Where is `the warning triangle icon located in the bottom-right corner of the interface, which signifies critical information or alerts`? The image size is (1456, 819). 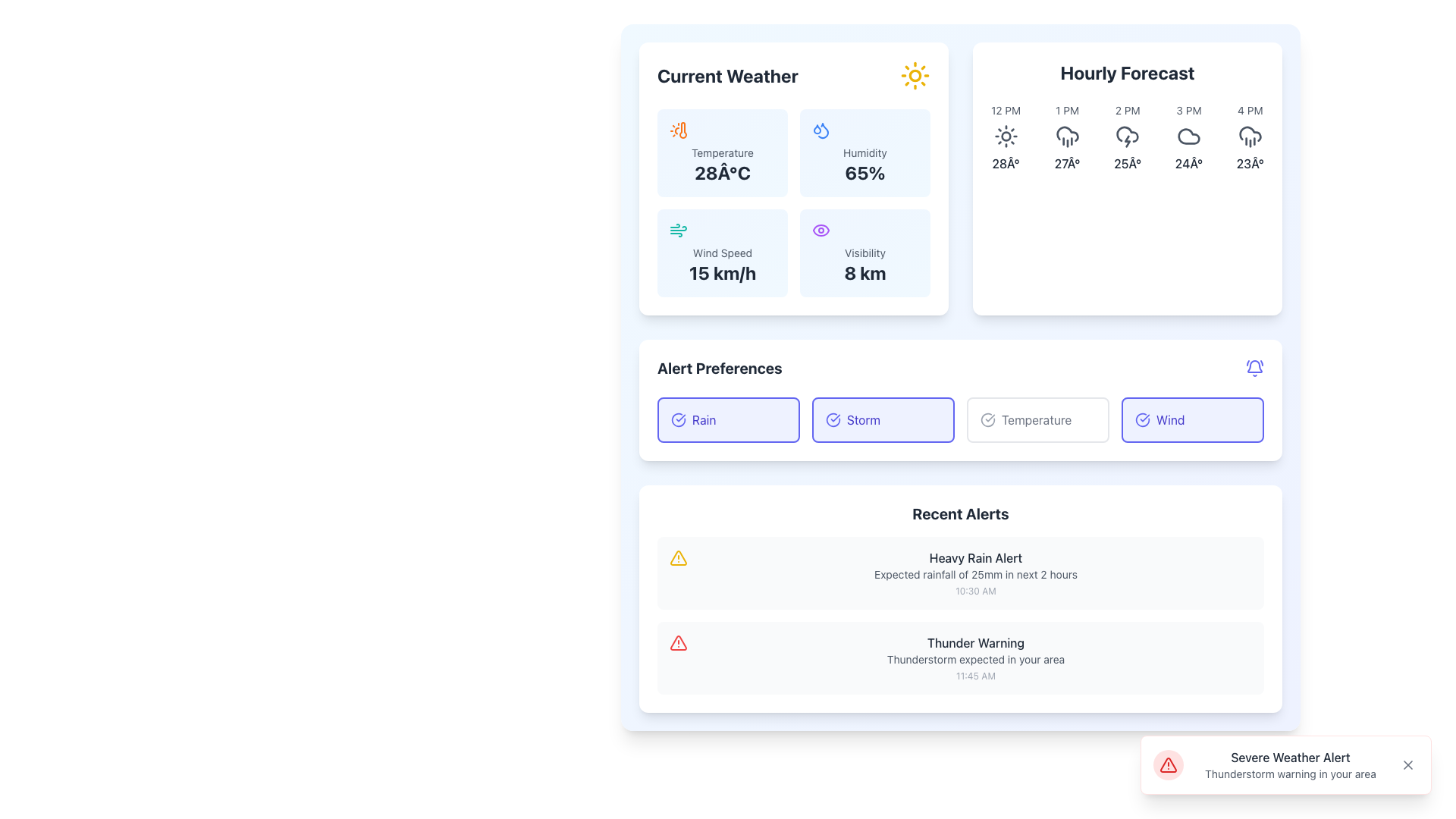 the warning triangle icon located in the bottom-right corner of the interface, which signifies critical information or alerts is located at coordinates (1167, 765).